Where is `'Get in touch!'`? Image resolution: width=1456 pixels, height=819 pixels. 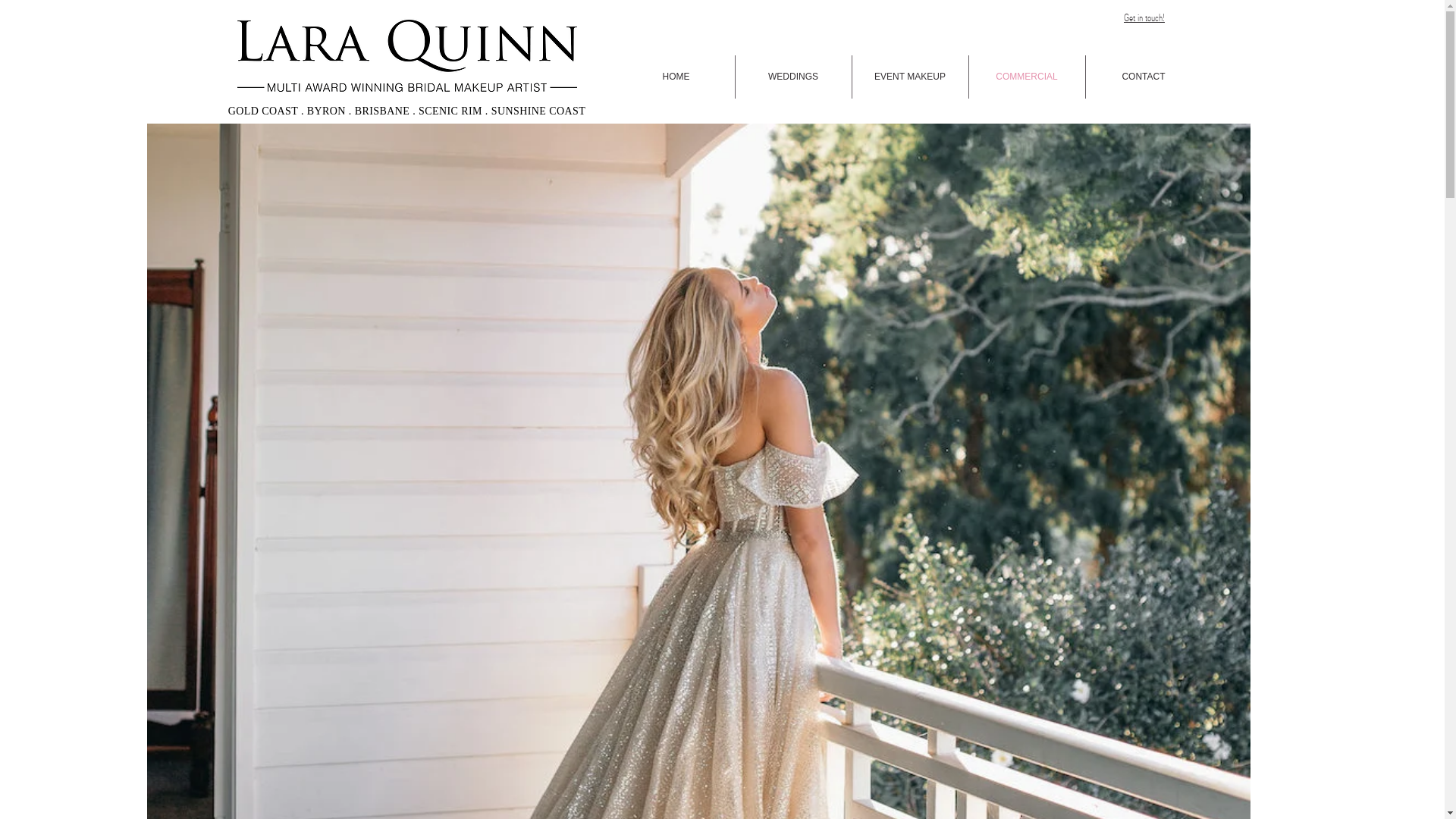 'Get in touch!' is located at coordinates (1144, 17).